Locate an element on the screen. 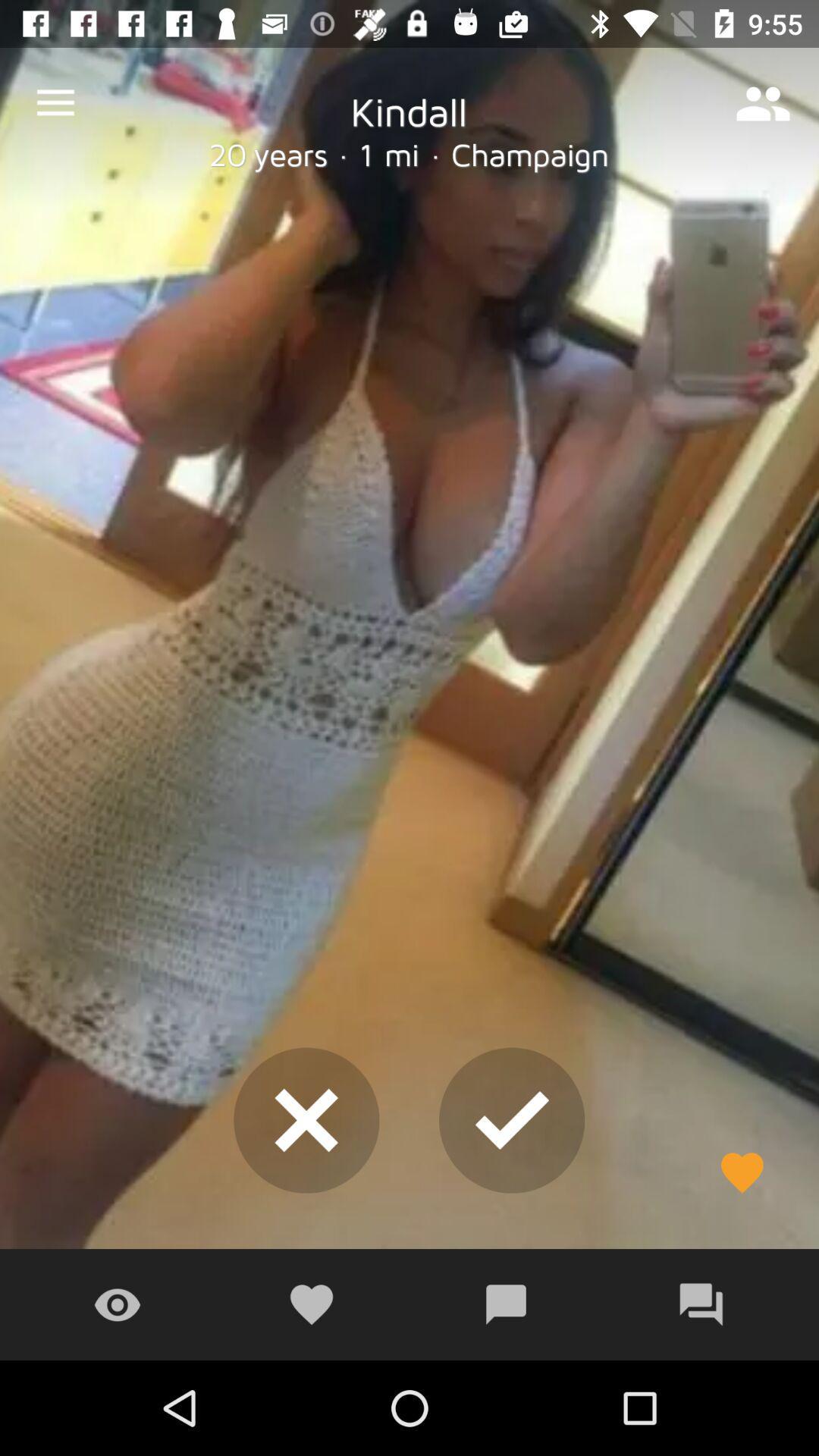  the favorite icon is located at coordinates (741, 1172).